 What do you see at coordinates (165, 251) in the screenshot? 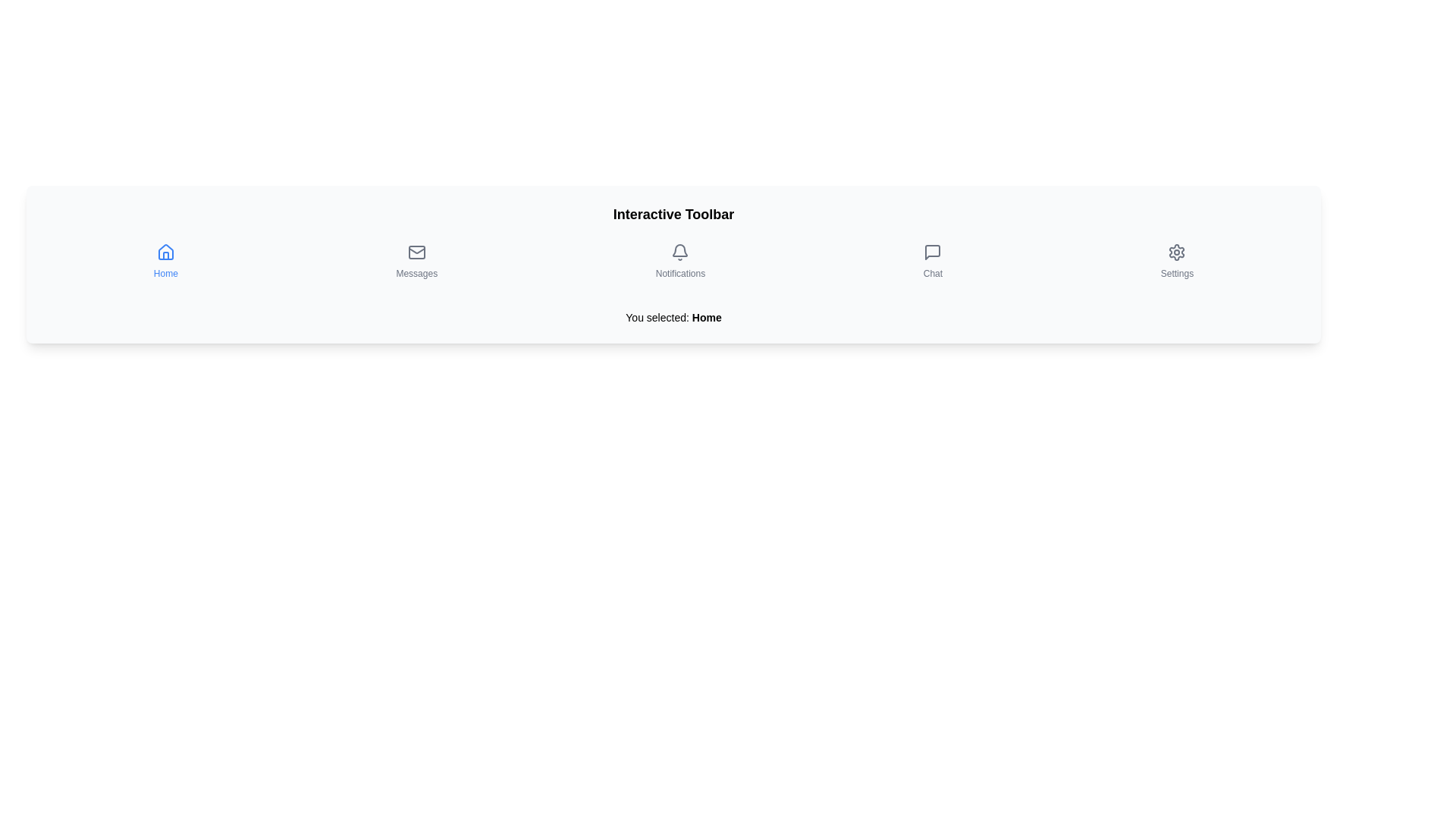
I see `the house-shaped icon in the toolbar` at bounding box center [165, 251].